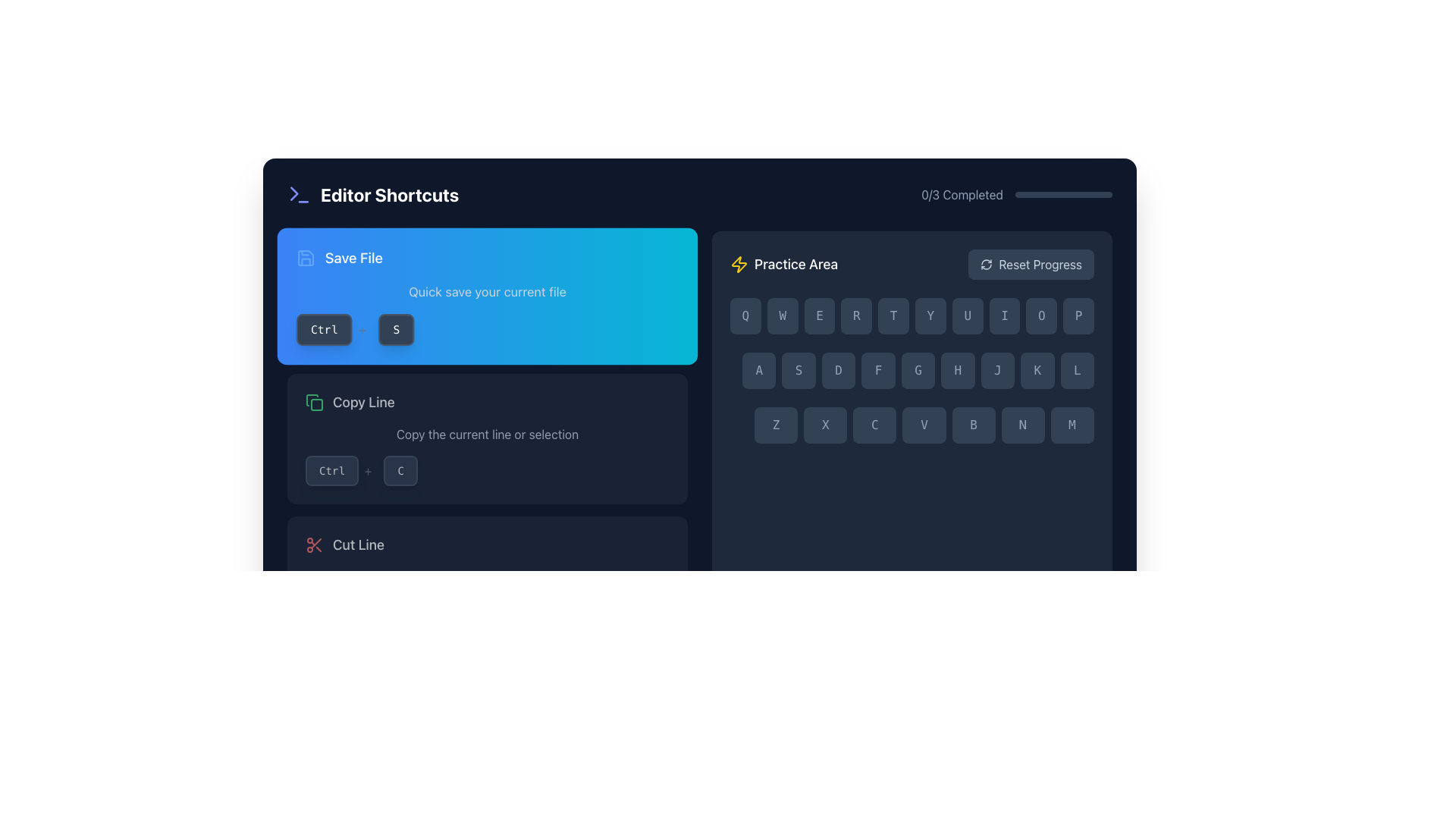 Image resolution: width=1456 pixels, height=819 pixels. I want to click on the square button with rounded corners, dark slate background, and light slate text labeled 'M' to input the character 'M', so click(1072, 425).